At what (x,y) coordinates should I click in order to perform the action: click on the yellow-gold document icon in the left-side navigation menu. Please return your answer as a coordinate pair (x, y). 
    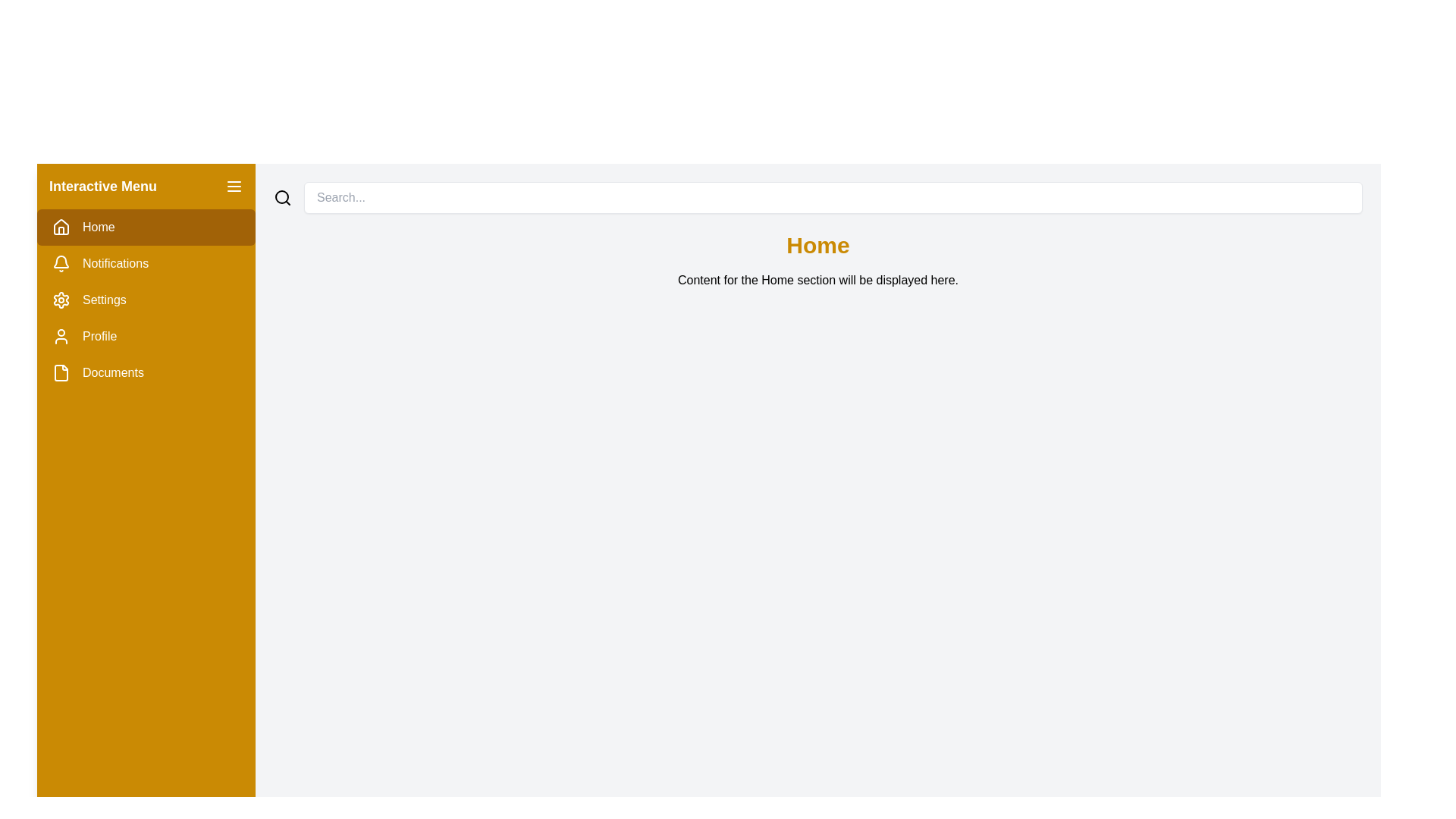
    Looking at the image, I should click on (61, 373).